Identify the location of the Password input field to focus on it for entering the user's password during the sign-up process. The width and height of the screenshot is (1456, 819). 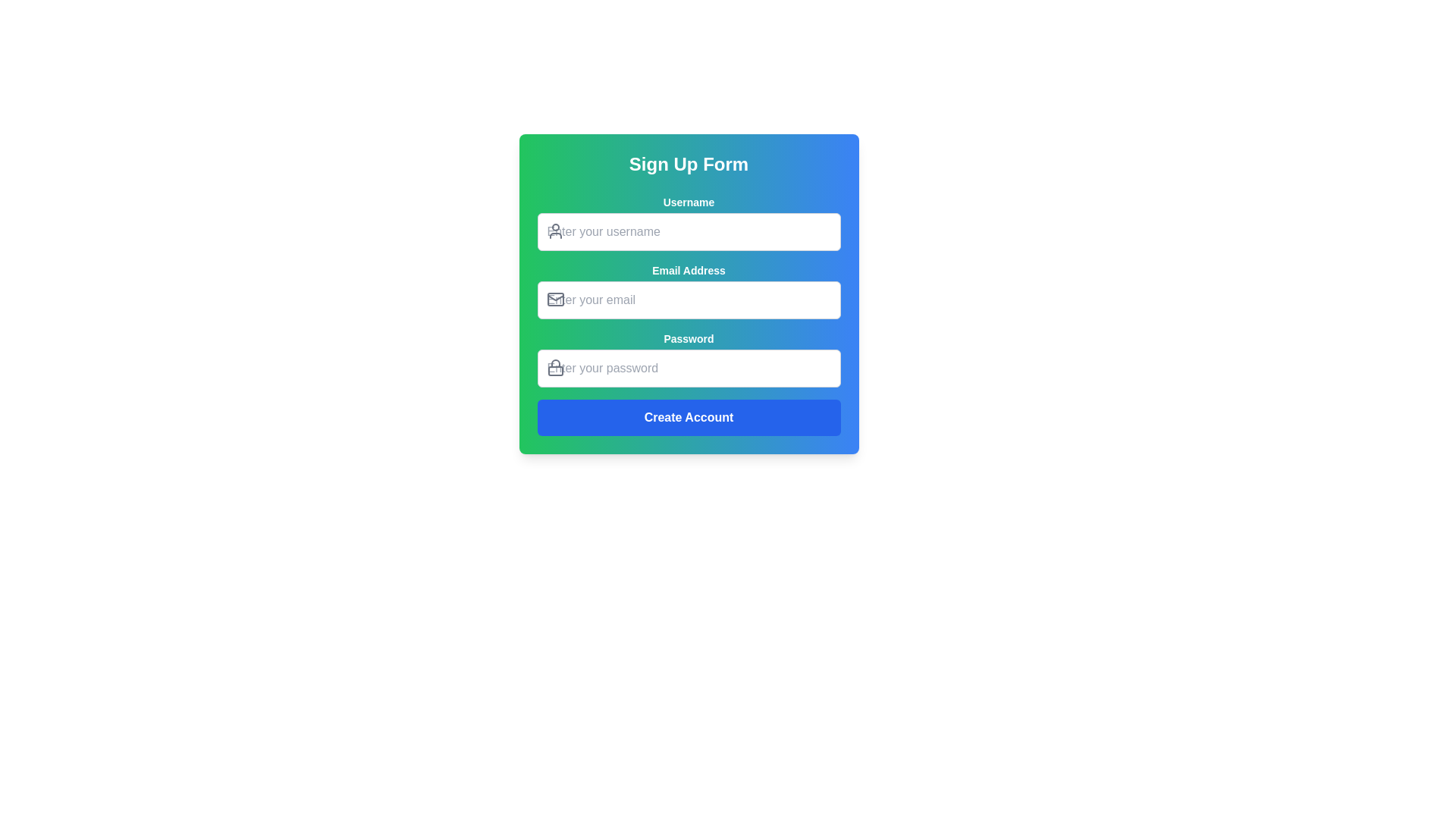
(688, 369).